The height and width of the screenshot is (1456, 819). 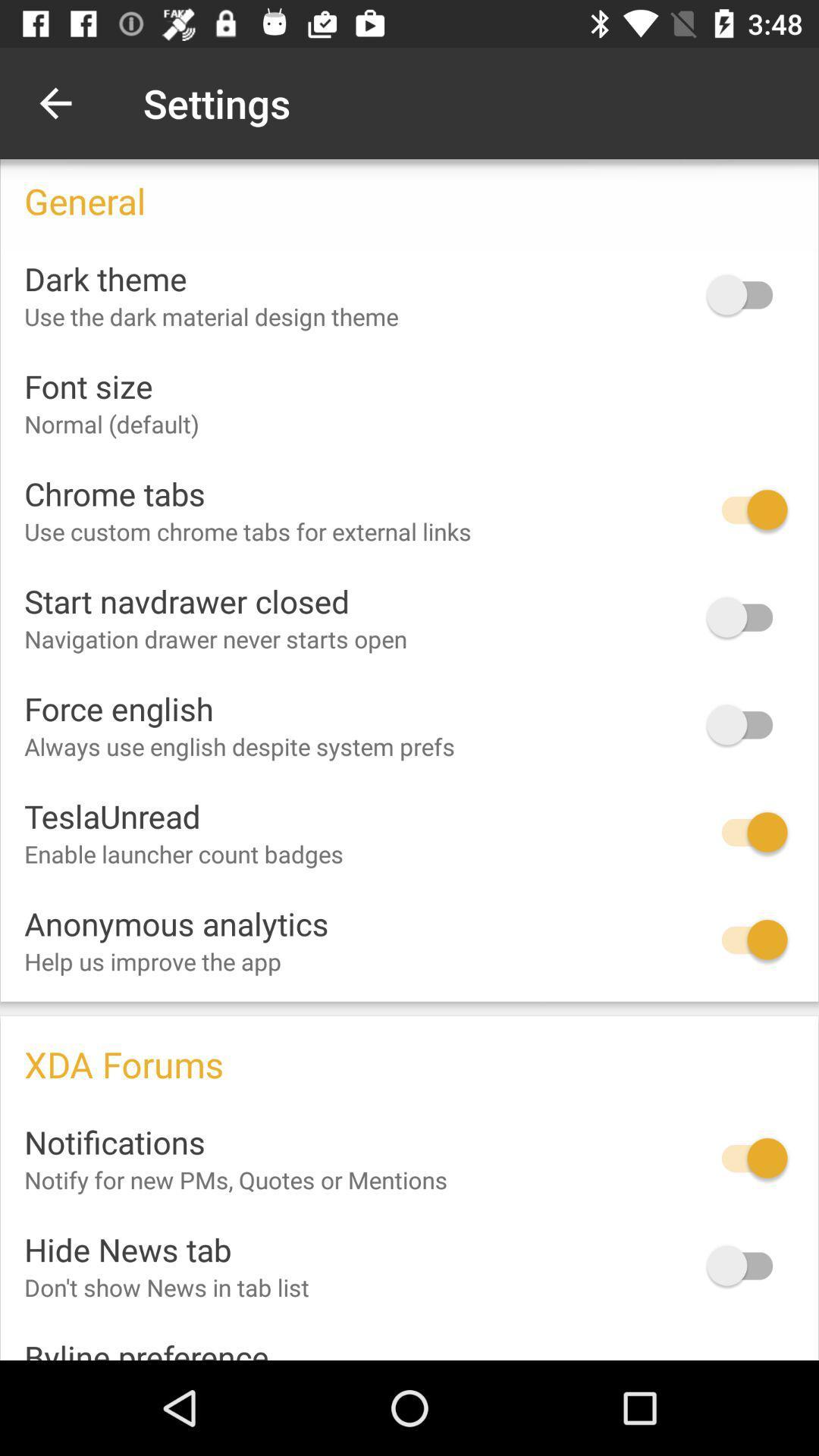 I want to click on enable launcher count badges, so click(x=746, y=831).